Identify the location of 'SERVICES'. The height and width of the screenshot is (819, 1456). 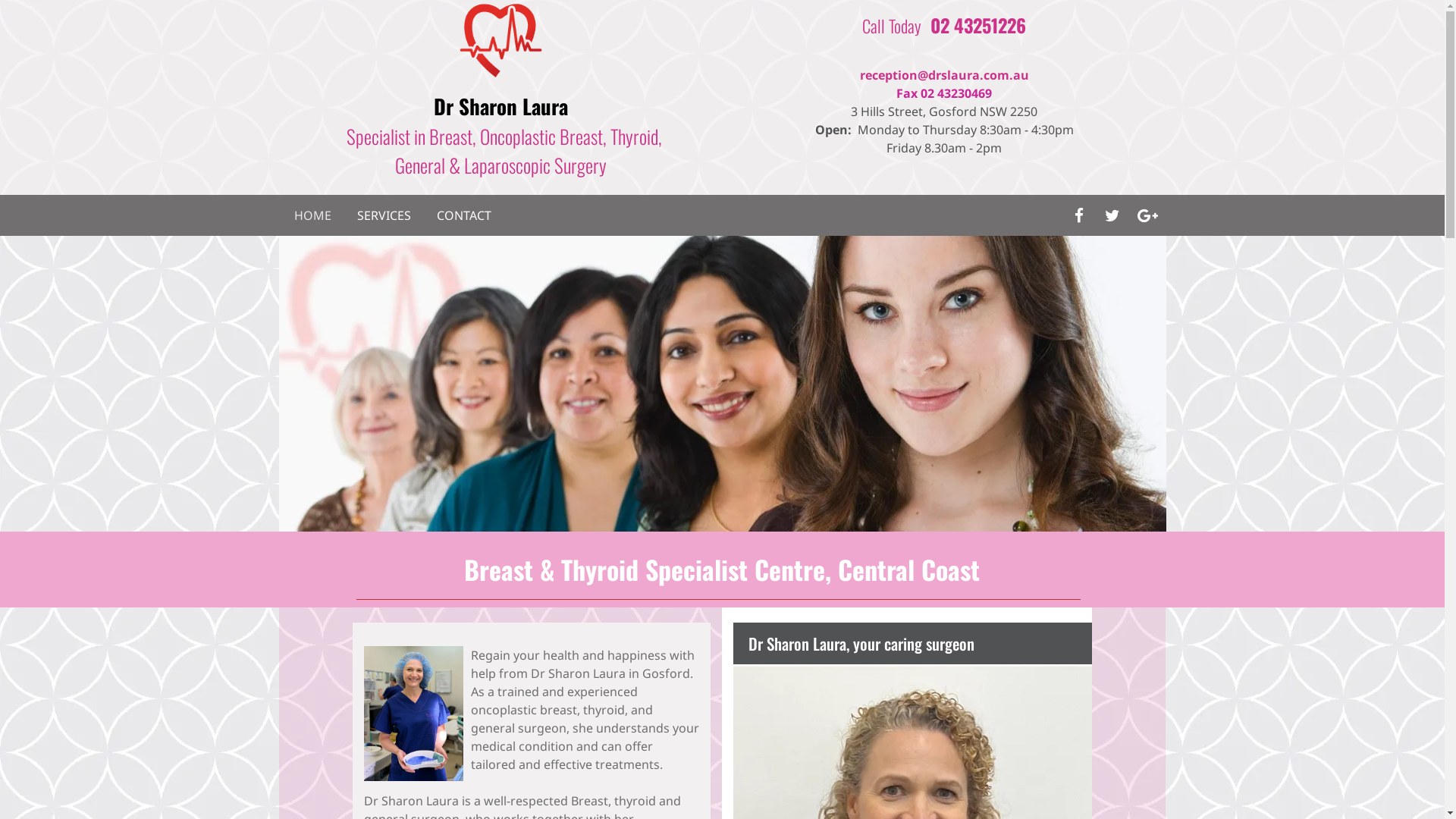
(383, 215).